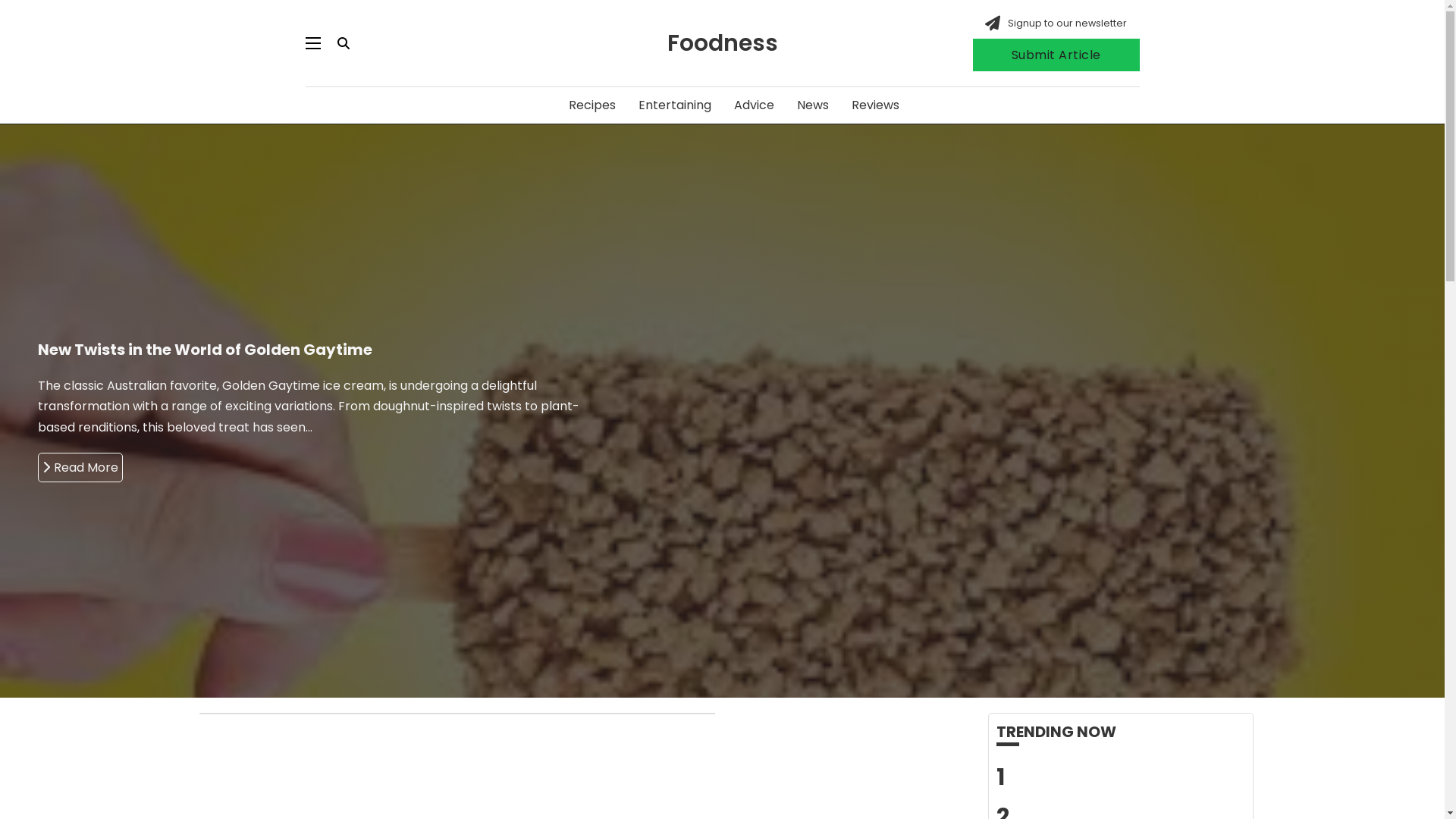  Describe the element at coordinates (874, 104) in the screenshot. I see `'Reviews'` at that location.